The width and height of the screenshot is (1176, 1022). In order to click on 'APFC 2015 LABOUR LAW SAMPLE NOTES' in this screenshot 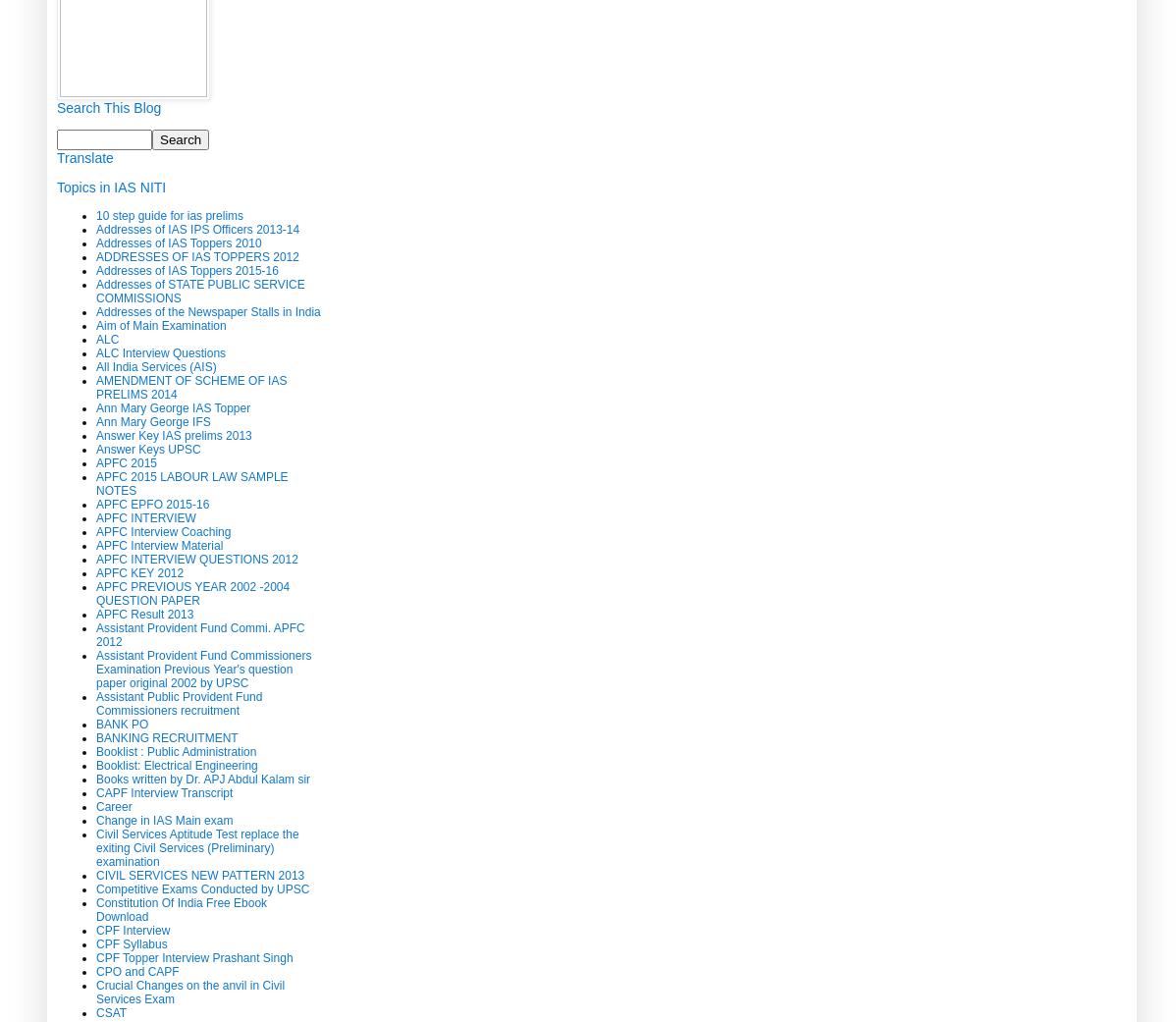, I will do `click(190, 481)`.